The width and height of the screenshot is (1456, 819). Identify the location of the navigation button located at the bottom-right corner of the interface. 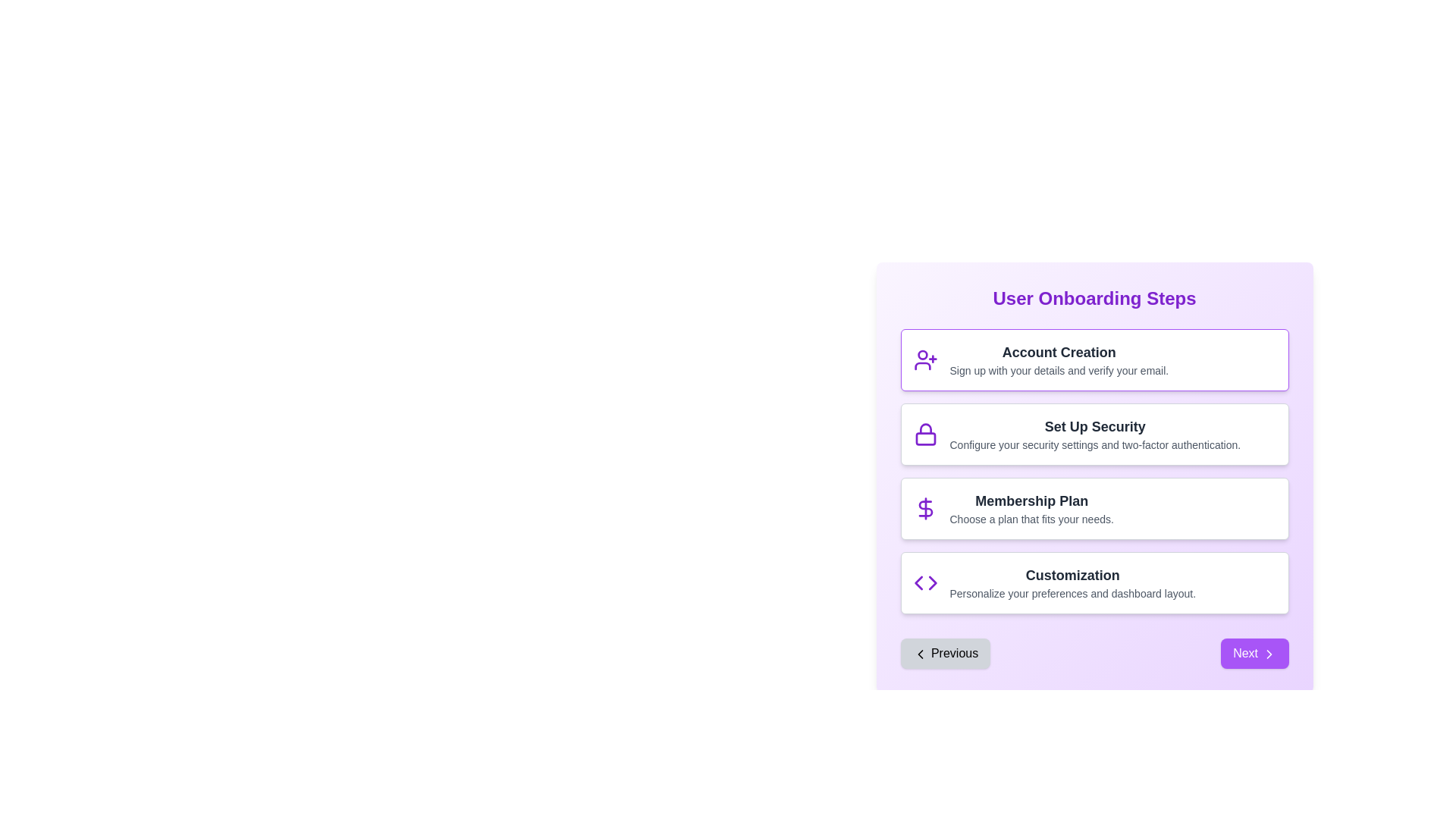
(1254, 652).